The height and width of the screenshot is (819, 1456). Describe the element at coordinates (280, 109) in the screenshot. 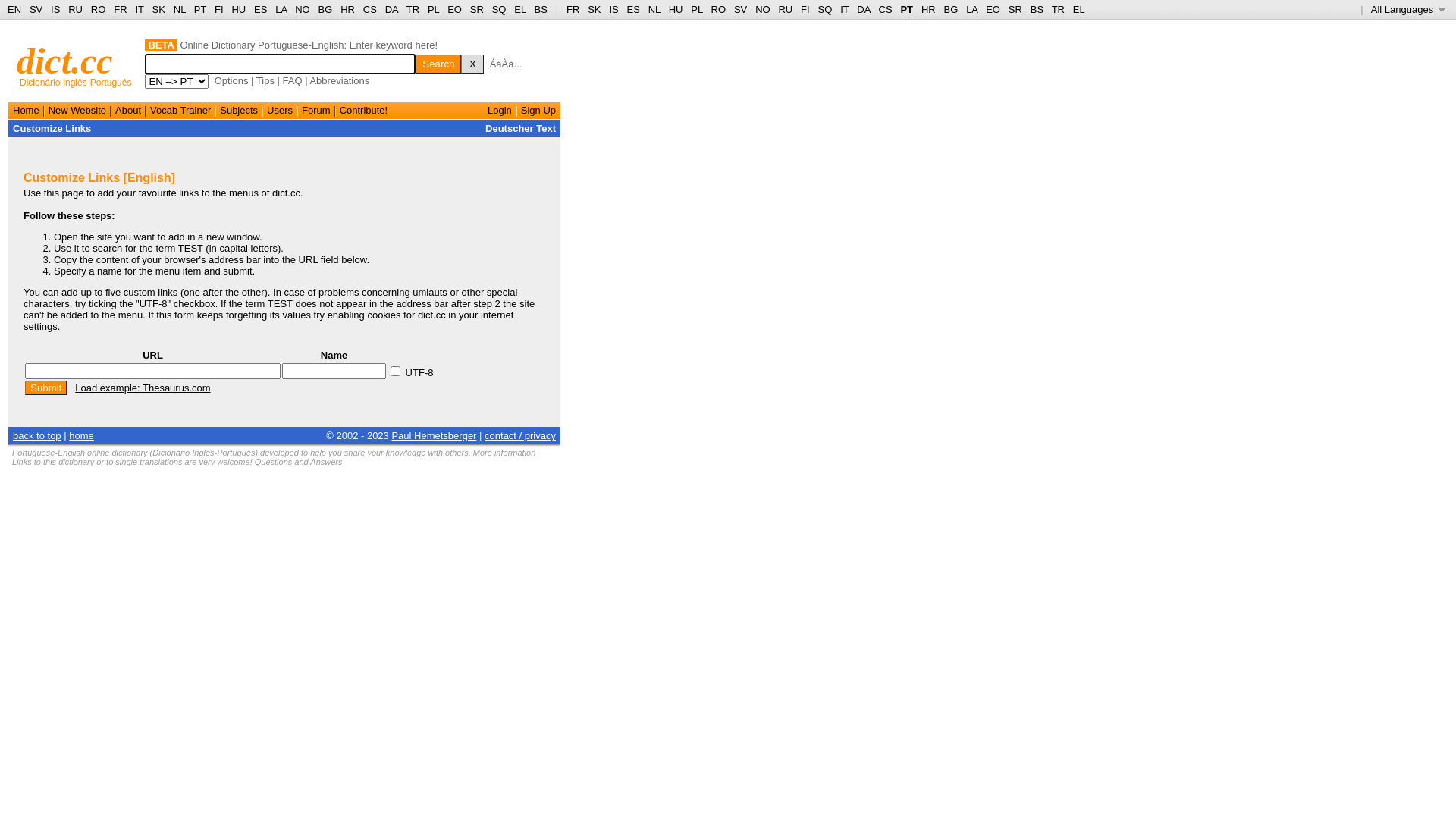

I see `'Users'` at that location.